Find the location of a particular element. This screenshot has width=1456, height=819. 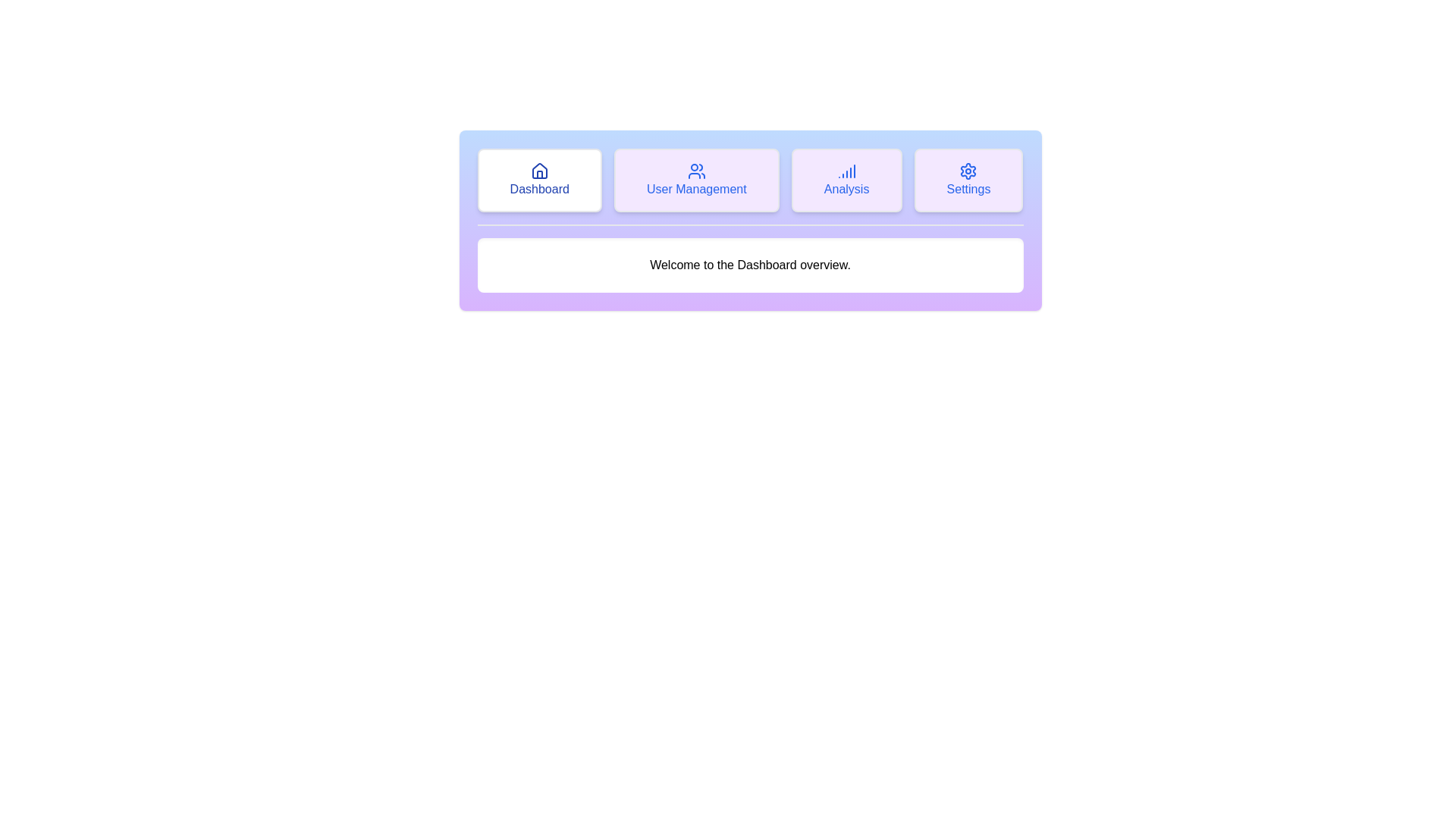

the 'Settings' text label, which visually represents the title and indicates the settings section of the application is located at coordinates (968, 189).